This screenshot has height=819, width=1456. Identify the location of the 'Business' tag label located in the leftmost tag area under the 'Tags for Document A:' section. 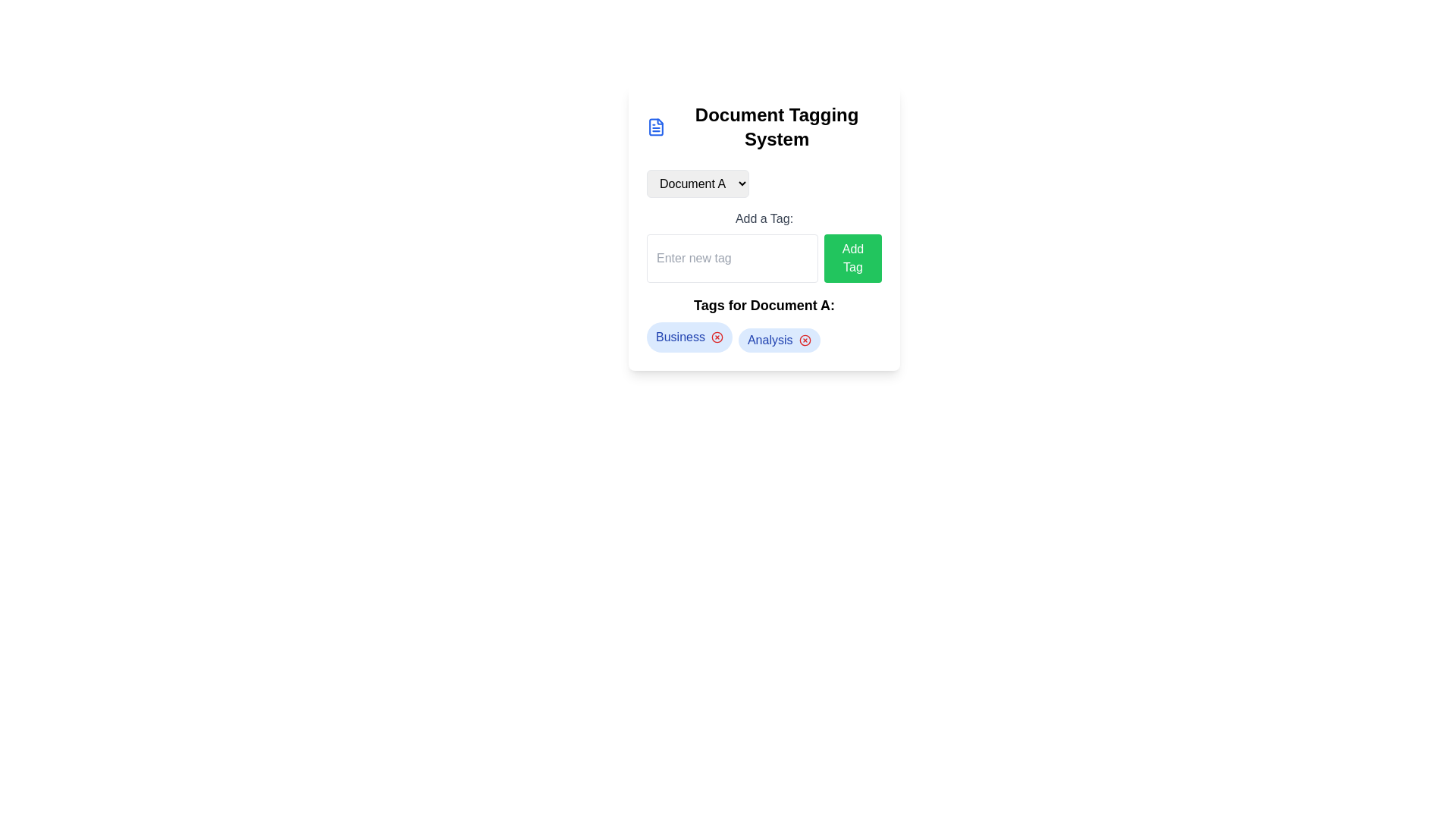
(679, 336).